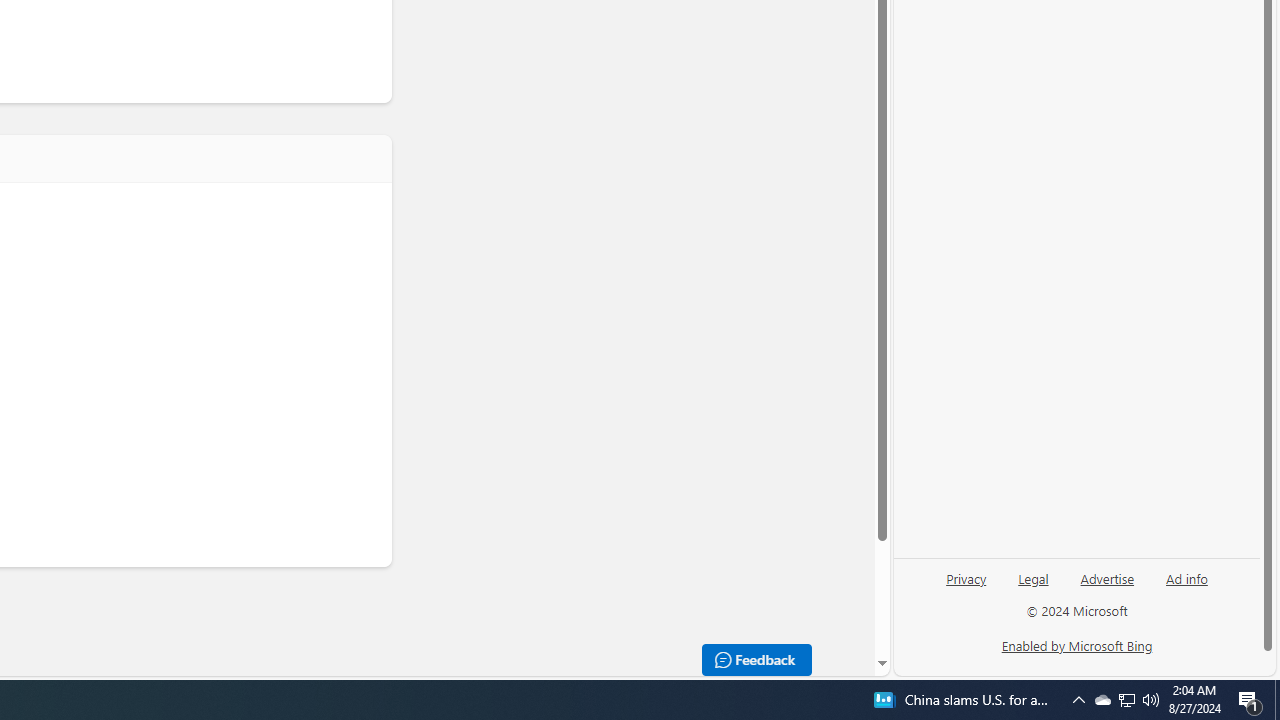 The height and width of the screenshot is (720, 1280). What do you see at coordinates (1187, 577) in the screenshot?
I see `'Ad info'` at bounding box center [1187, 577].